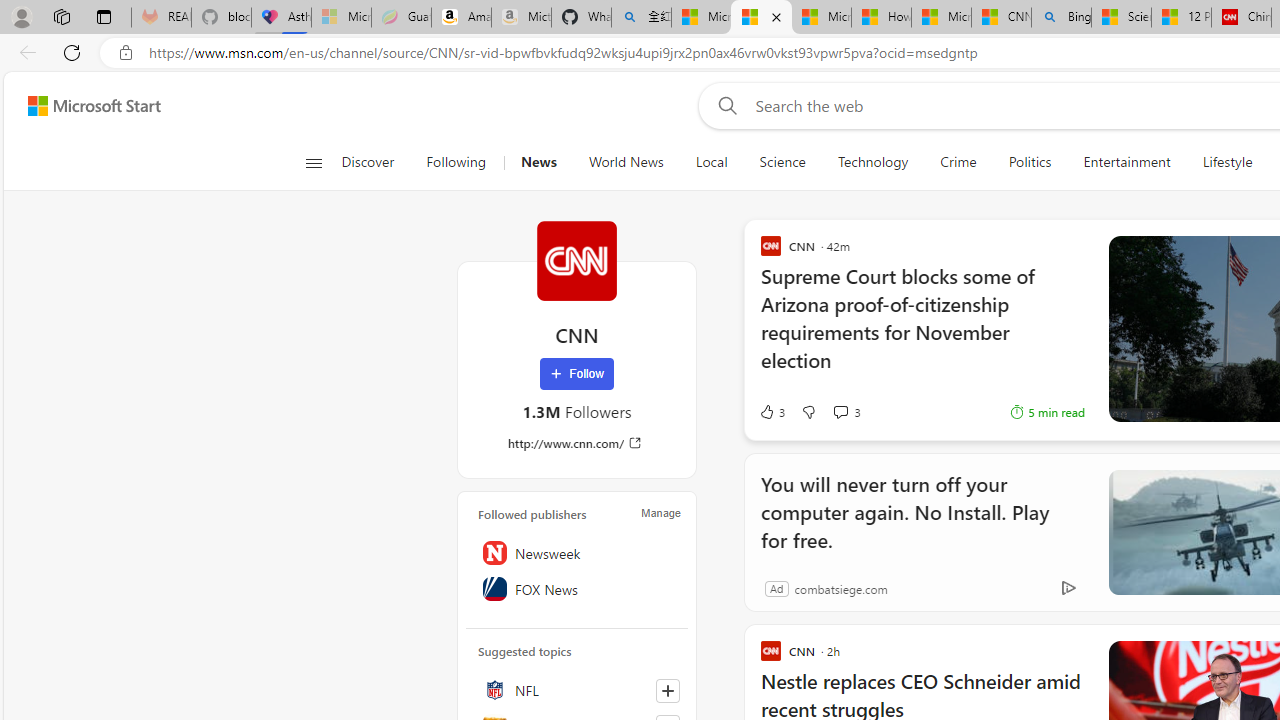 This screenshot has width=1280, height=720. I want to click on '12 Popular Science Lies that Must be Corrected', so click(1181, 17).